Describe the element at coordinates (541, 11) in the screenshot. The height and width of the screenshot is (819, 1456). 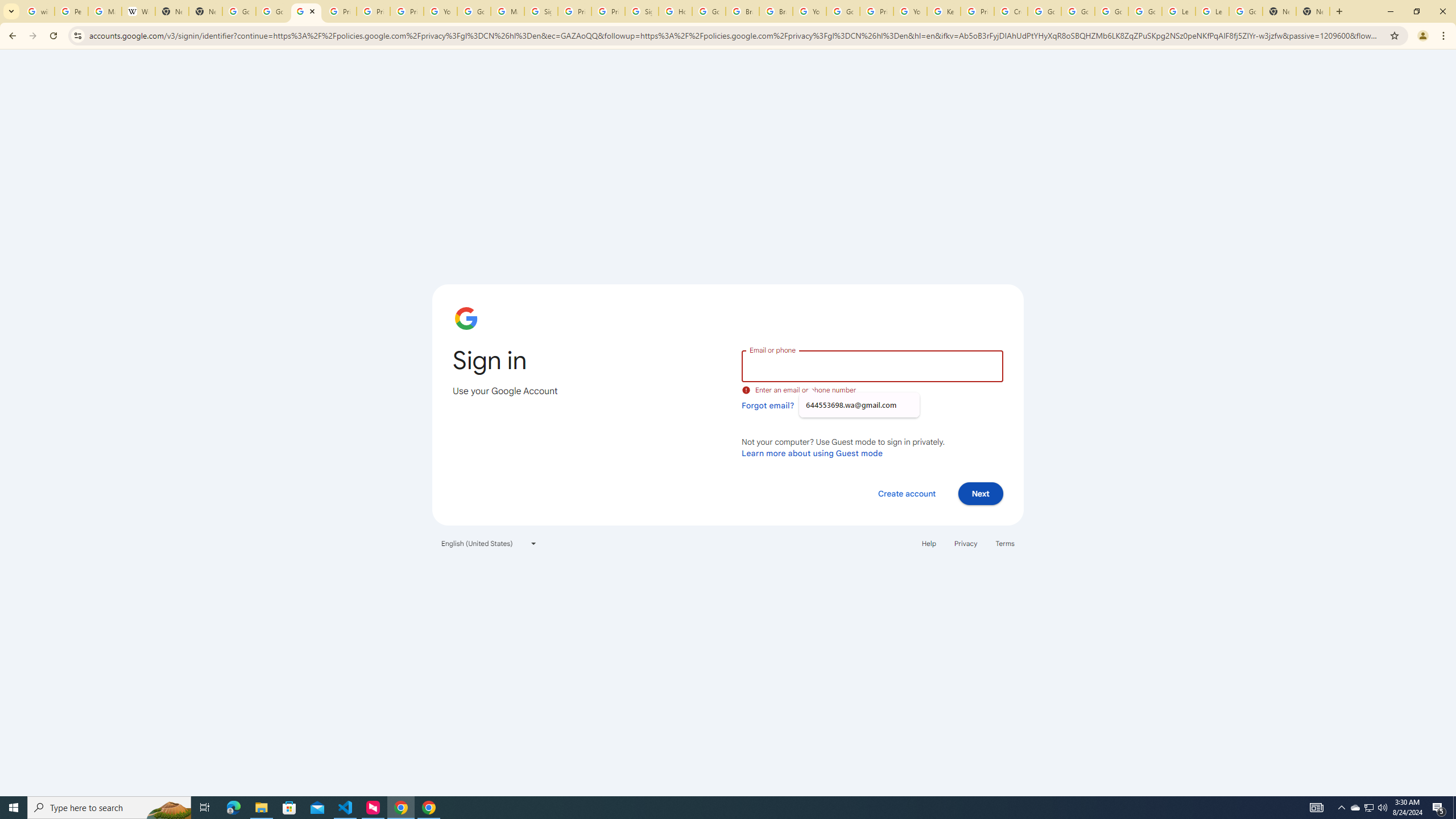
I see `'Sign in - Google Accounts'` at that location.